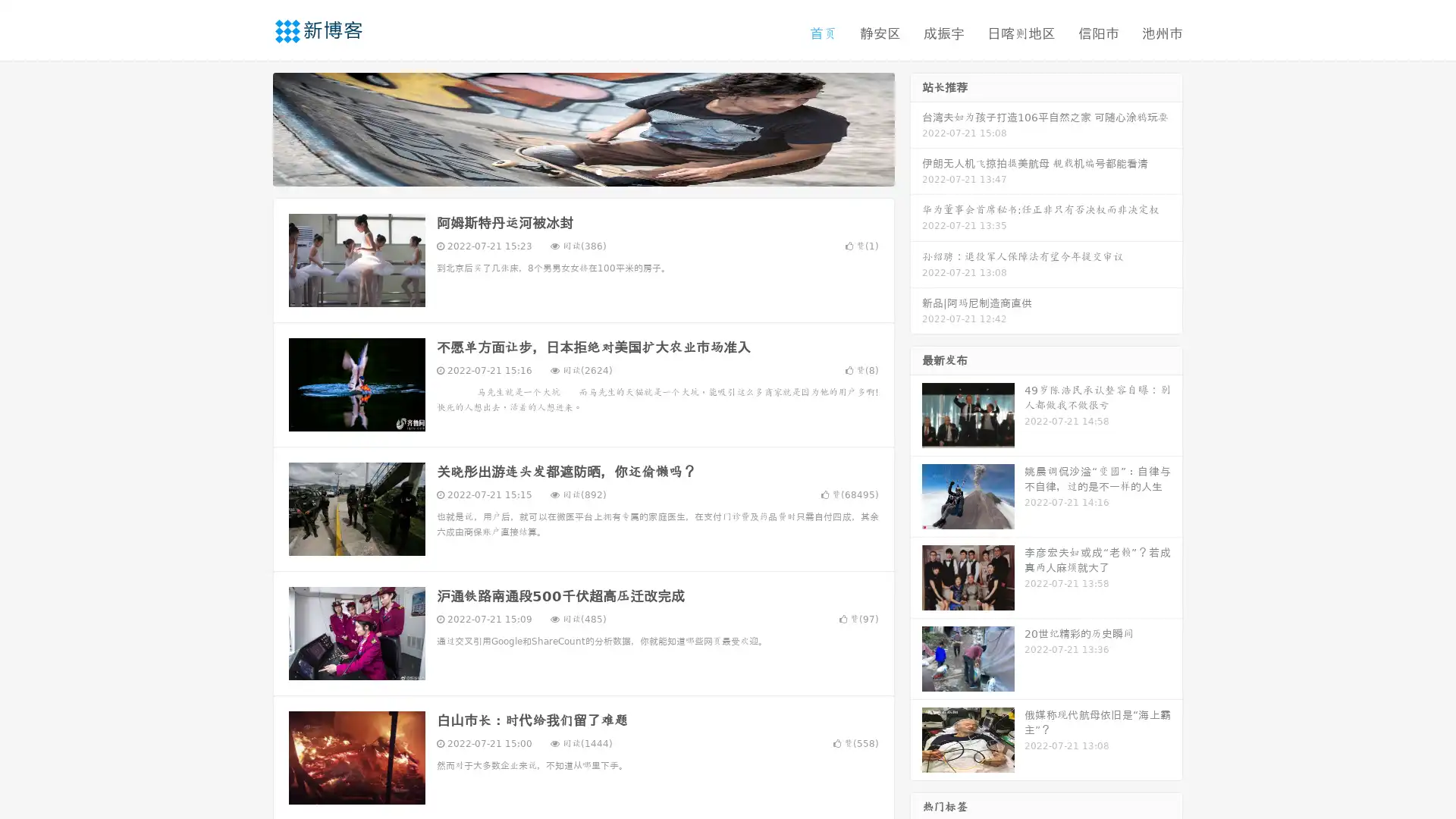 Image resolution: width=1456 pixels, height=819 pixels. What do you see at coordinates (567, 171) in the screenshot?
I see `Go to slide 1` at bounding box center [567, 171].